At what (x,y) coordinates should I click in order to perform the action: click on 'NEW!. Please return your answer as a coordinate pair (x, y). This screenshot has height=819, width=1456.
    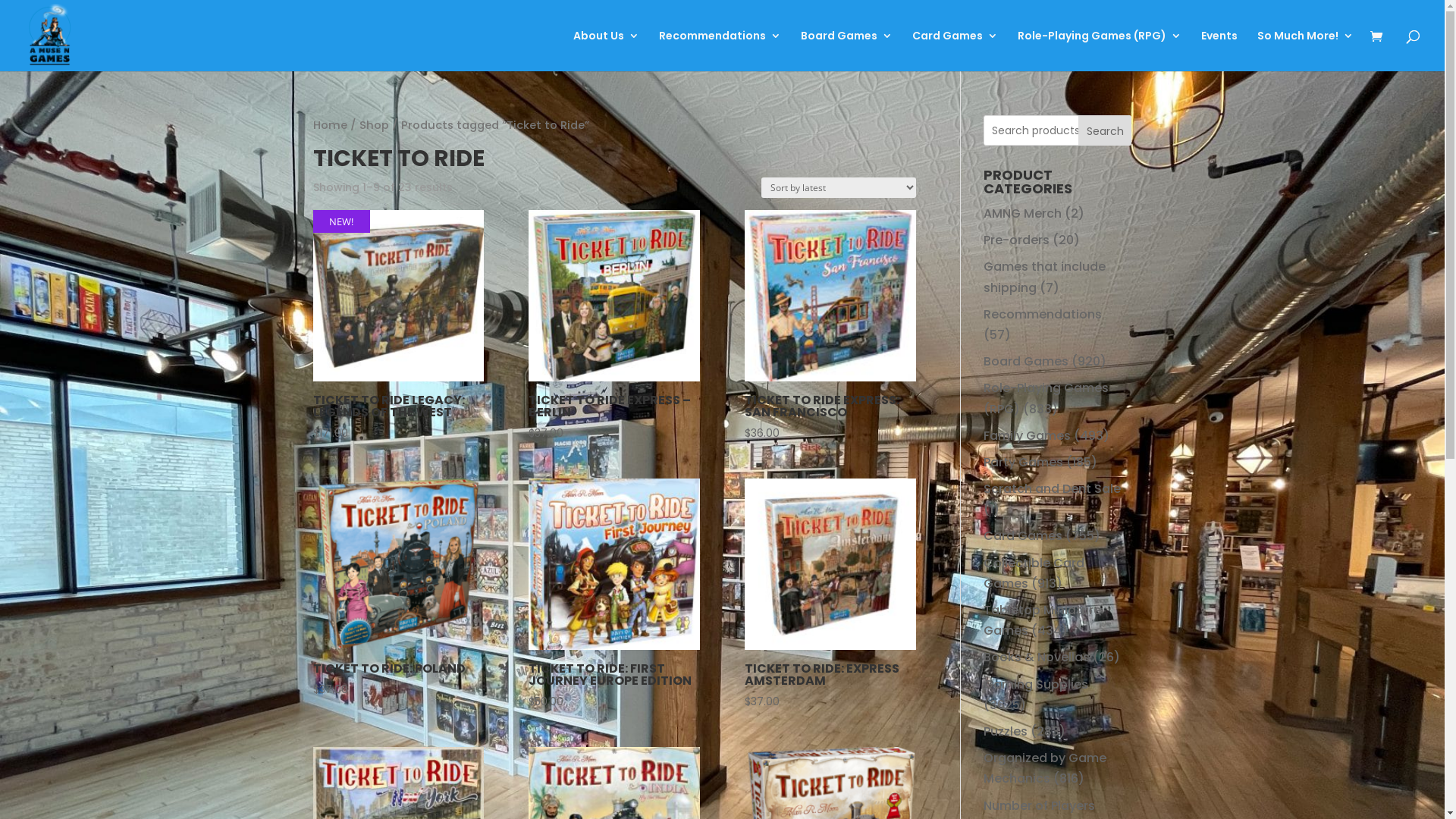
    Looking at the image, I should click on (312, 325).